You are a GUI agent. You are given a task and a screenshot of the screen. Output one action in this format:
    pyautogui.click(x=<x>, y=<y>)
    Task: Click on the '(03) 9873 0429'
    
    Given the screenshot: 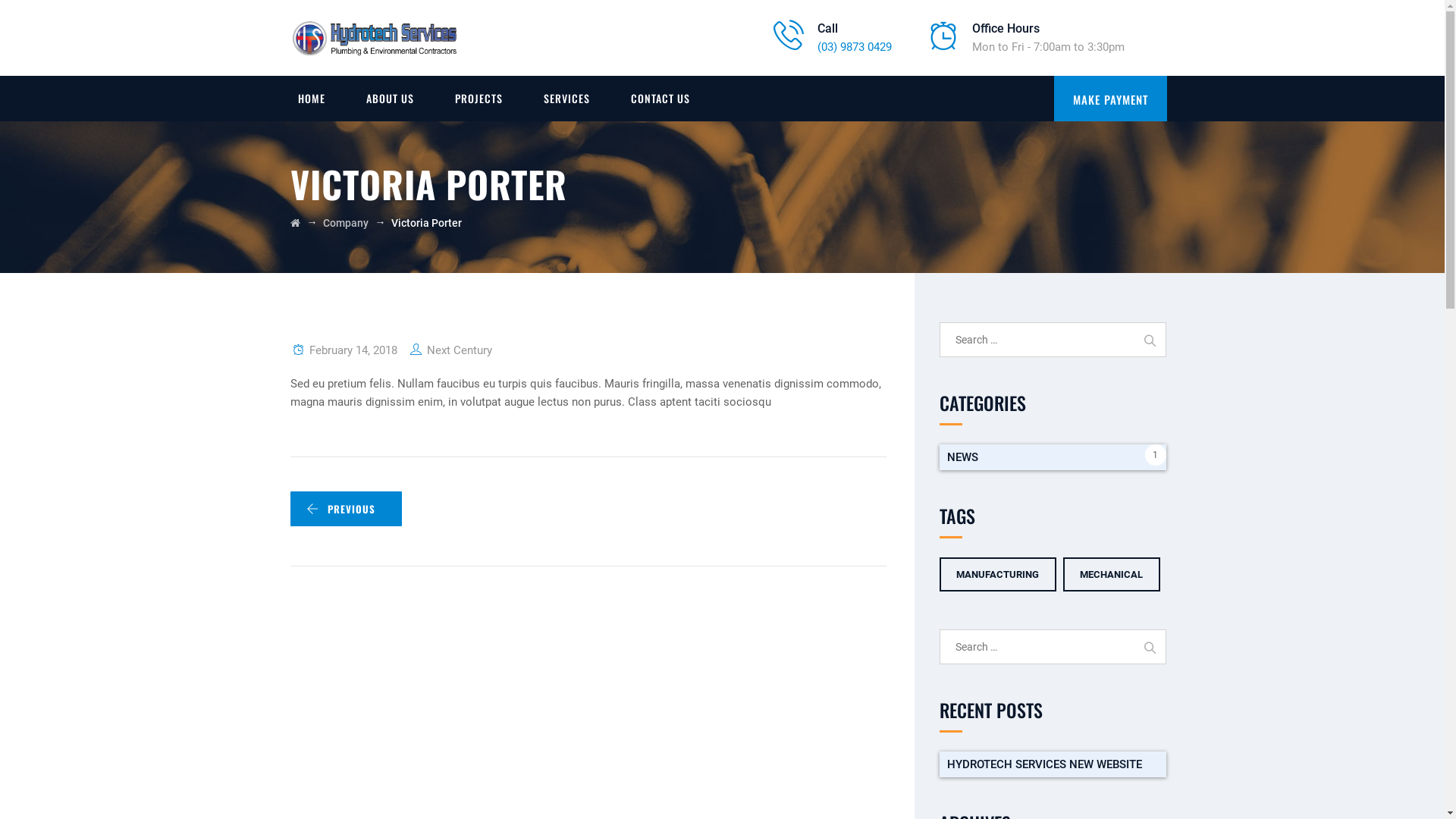 What is the action you would take?
    pyautogui.click(x=855, y=45)
    